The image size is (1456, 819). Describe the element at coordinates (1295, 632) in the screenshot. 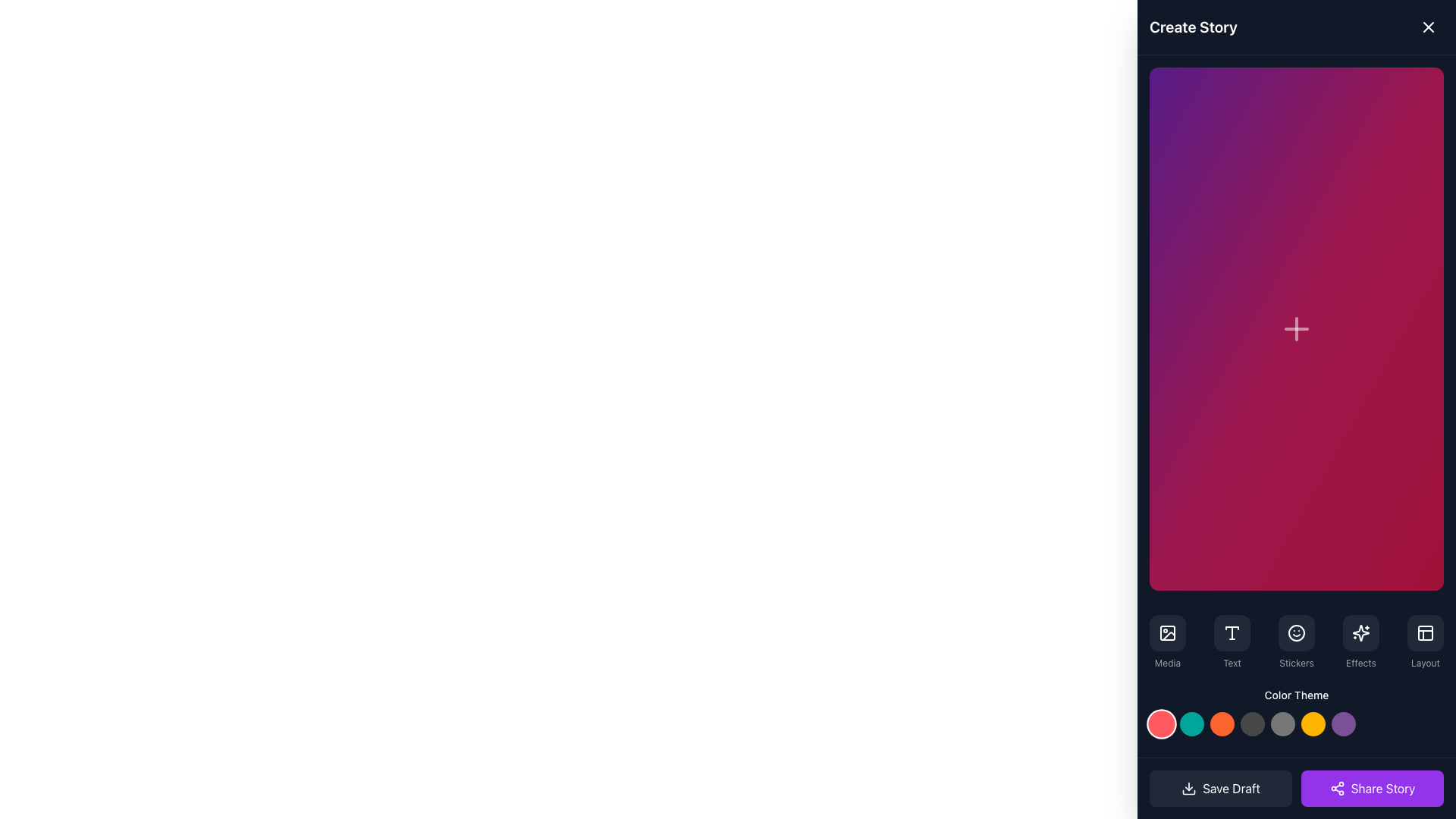

I see `the small circular smiley face icon button located in the bottom section of the interface, part of the button group on the right-hand side` at that location.